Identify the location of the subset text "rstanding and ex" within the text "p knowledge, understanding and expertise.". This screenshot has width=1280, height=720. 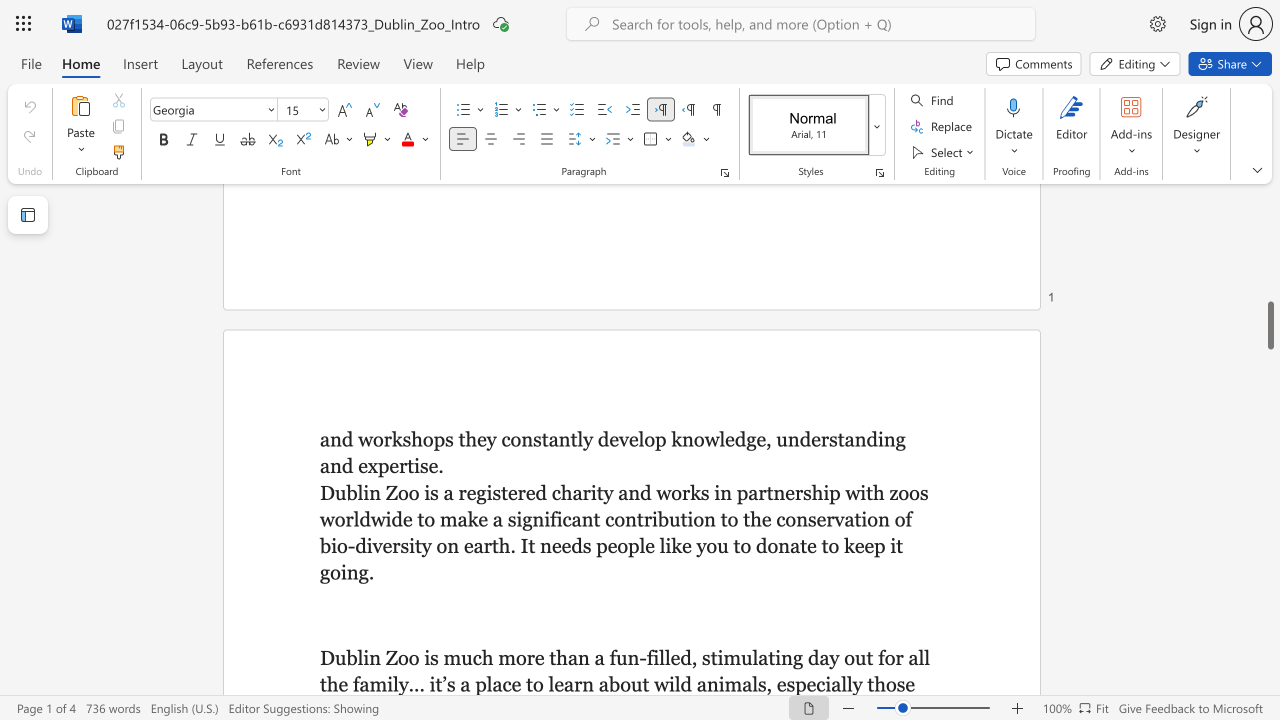
(820, 438).